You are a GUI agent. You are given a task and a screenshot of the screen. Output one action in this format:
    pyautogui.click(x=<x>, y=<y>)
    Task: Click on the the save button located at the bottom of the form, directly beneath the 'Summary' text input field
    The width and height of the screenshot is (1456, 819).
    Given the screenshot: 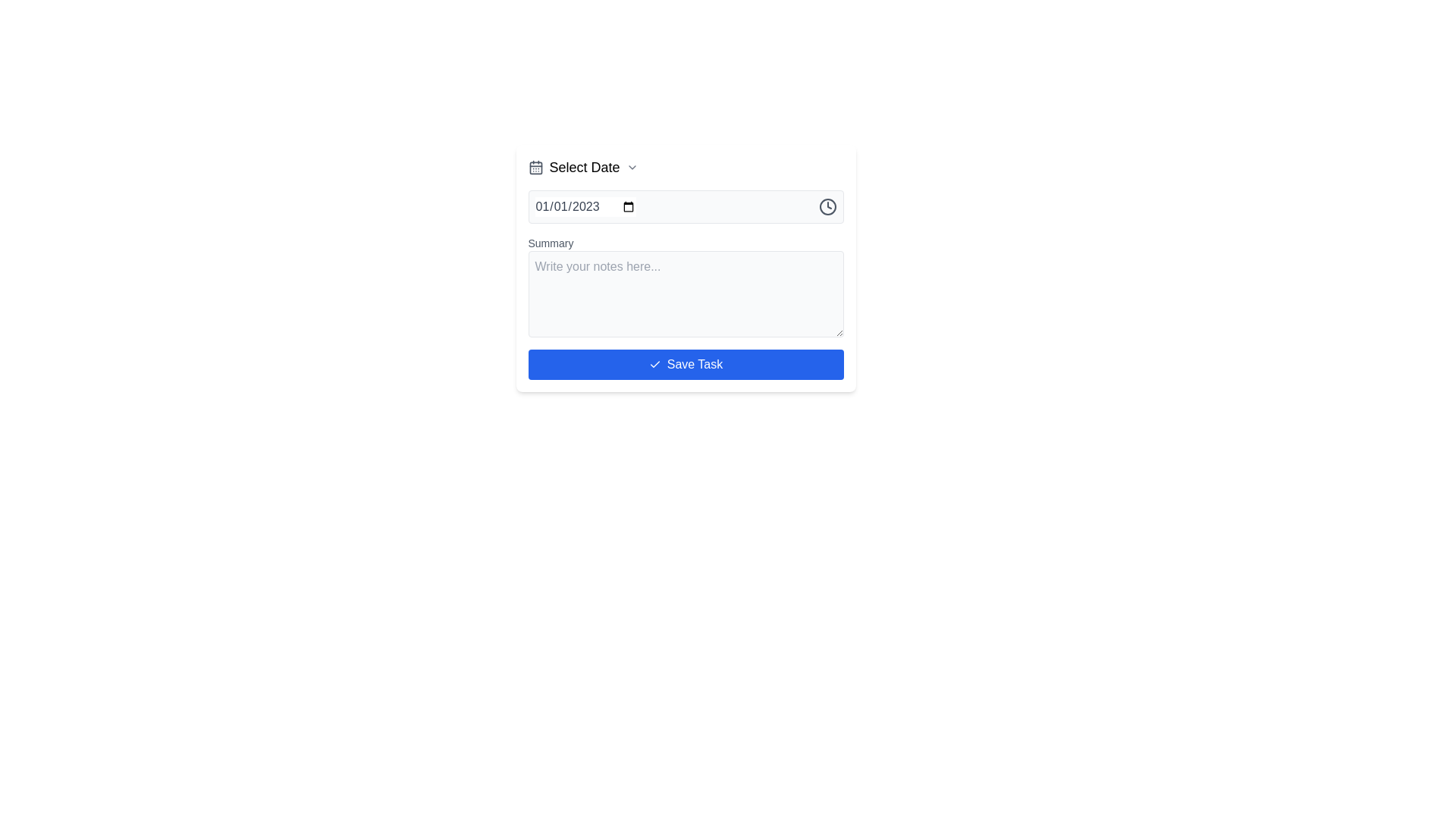 What is the action you would take?
    pyautogui.click(x=685, y=365)
    